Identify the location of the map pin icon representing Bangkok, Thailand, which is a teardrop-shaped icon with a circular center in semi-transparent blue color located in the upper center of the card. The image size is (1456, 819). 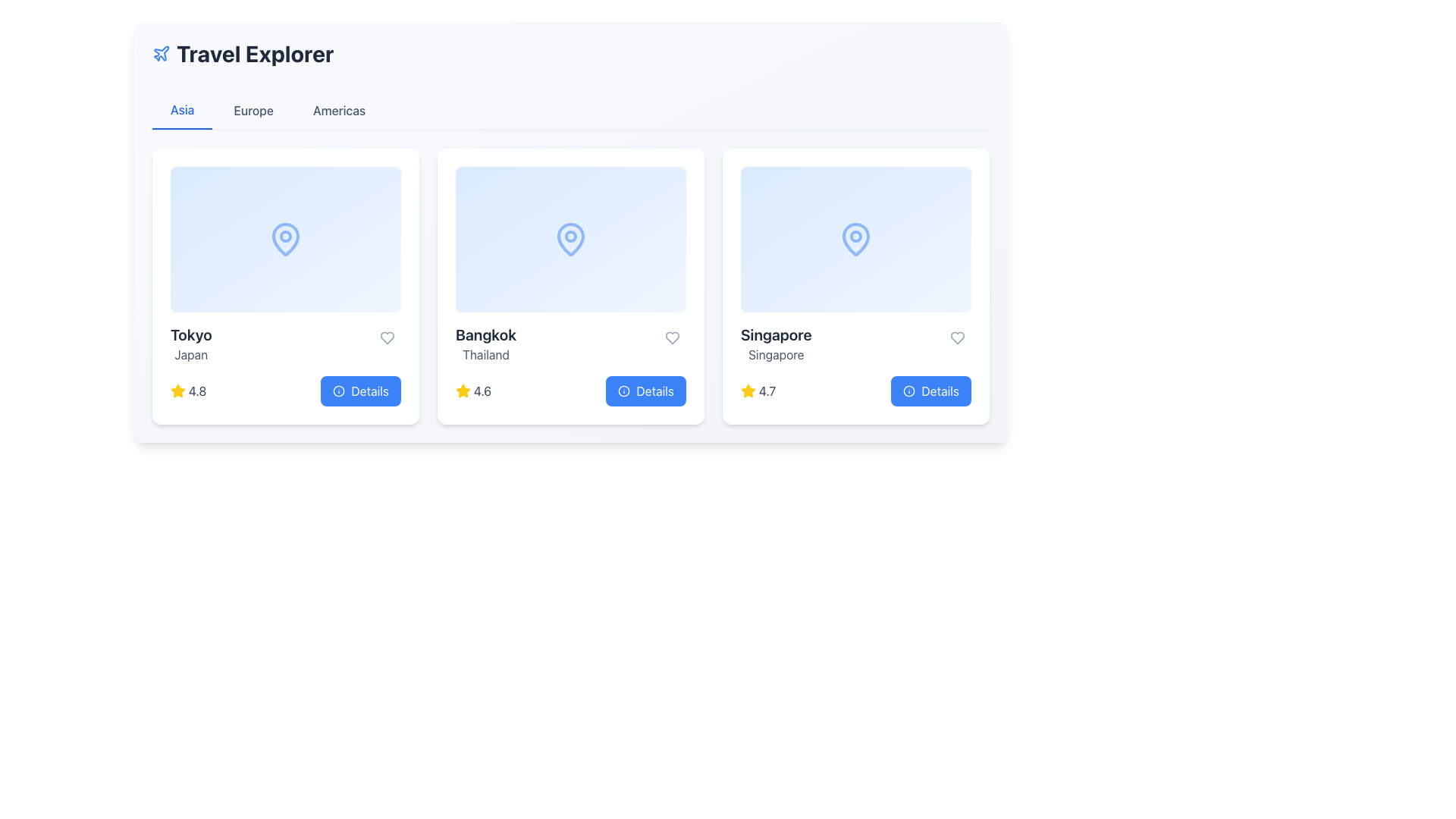
(570, 239).